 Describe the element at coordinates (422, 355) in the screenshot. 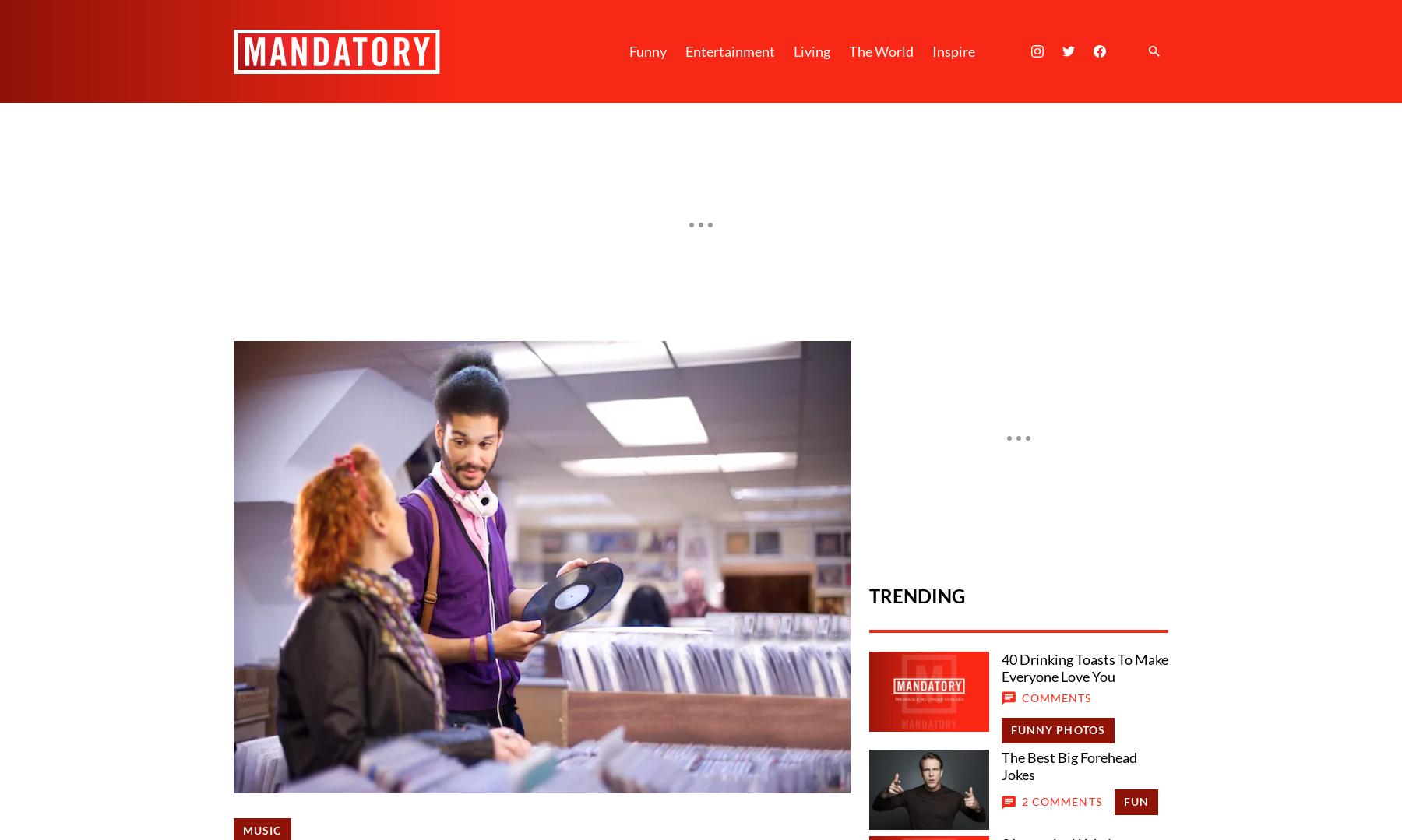

I see `','` at that location.